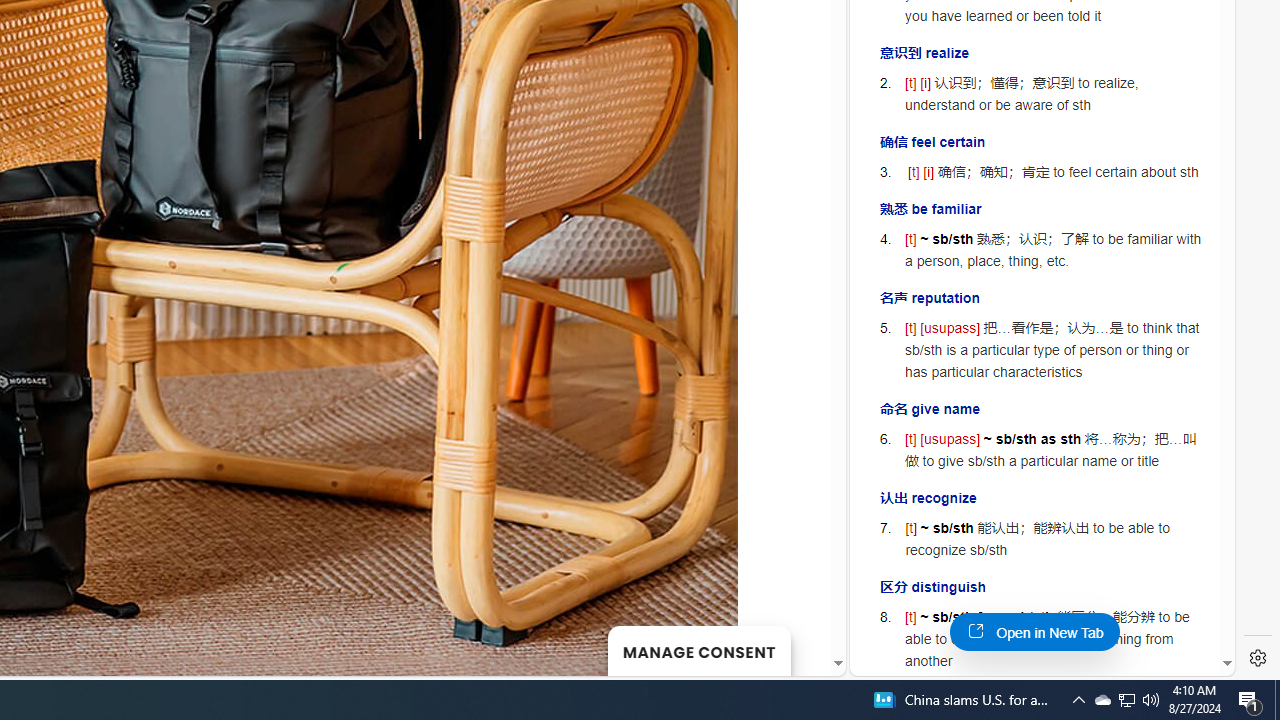 The height and width of the screenshot is (720, 1280). What do you see at coordinates (698, 650) in the screenshot?
I see `'MANAGE CONSENT'` at bounding box center [698, 650].